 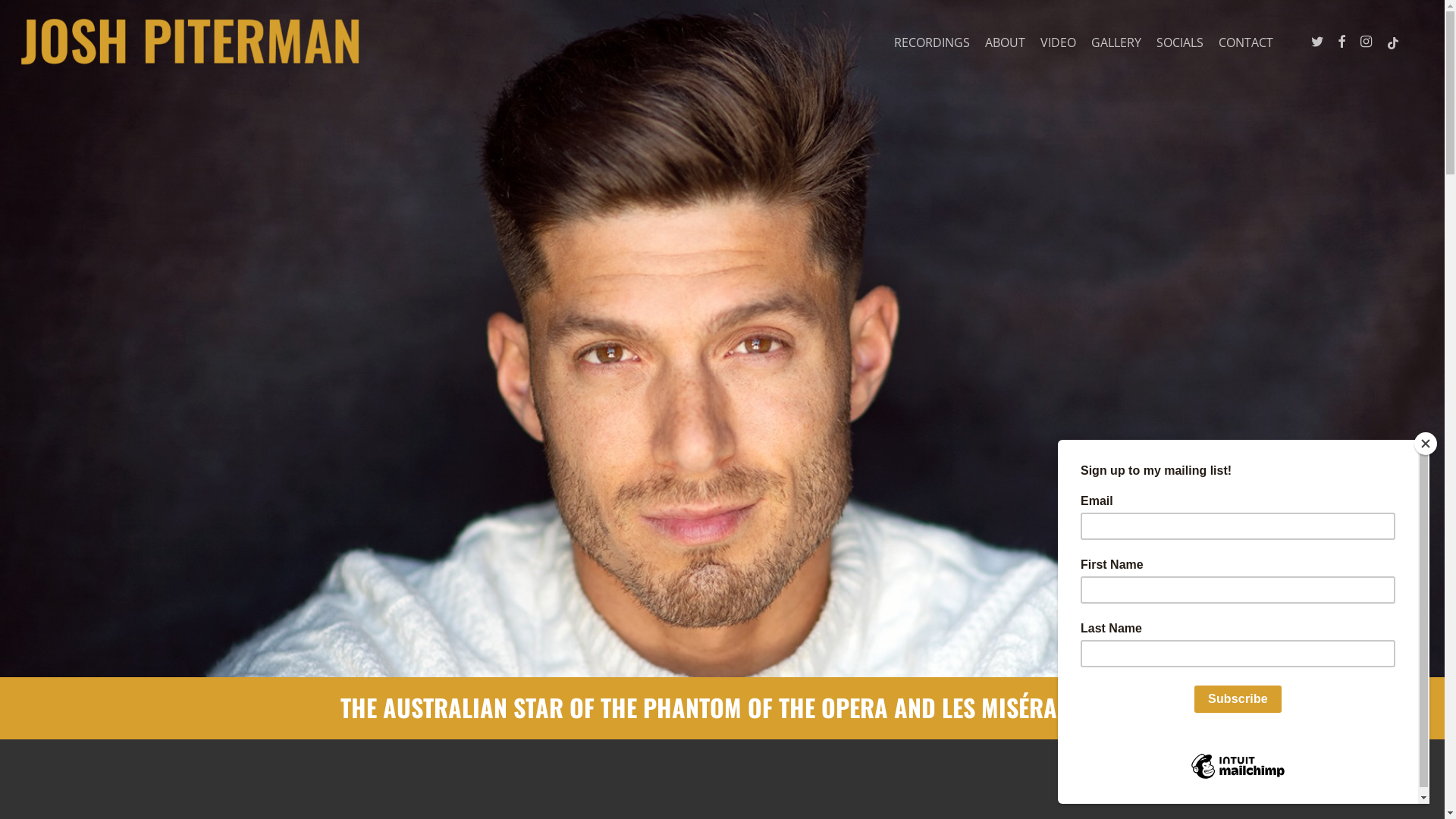 What do you see at coordinates (1341, 40) in the screenshot?
I see `'FACEBOOK'` at bounding box center [1341, 40].